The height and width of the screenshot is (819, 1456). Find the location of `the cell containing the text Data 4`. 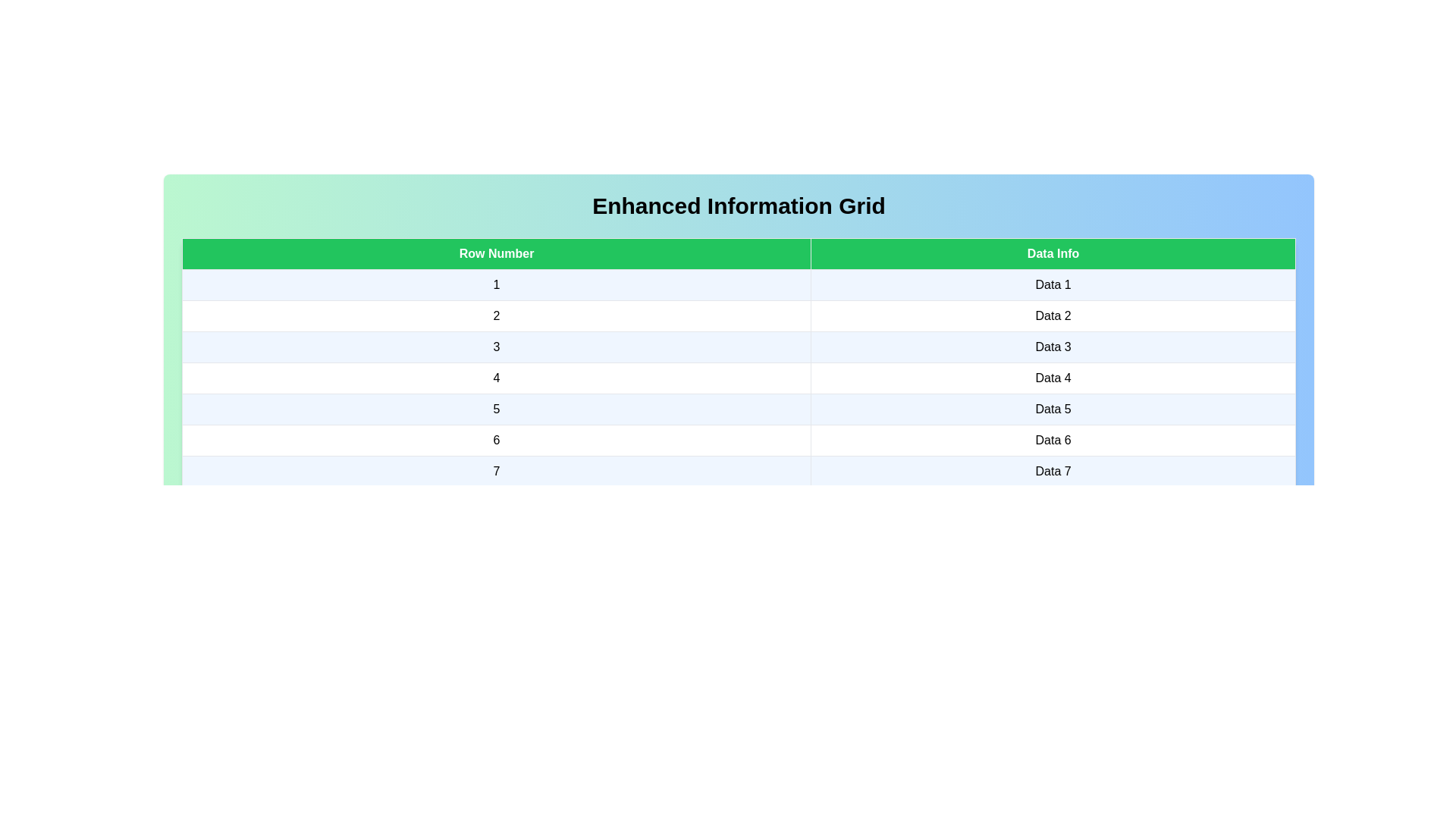

the cell containing the text Data 4 is located at coordinates (1053, 377).